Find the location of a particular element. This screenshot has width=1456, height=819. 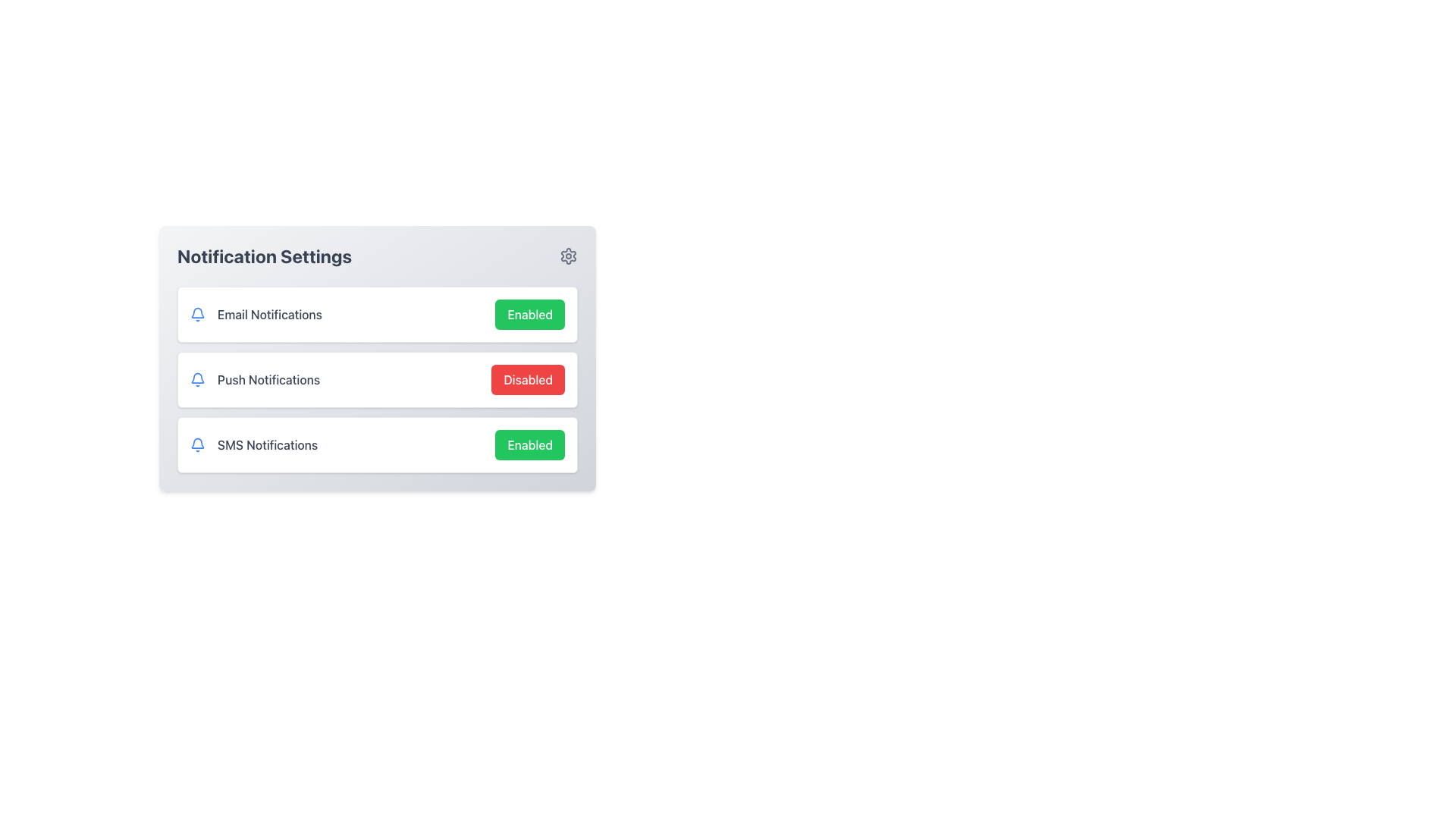

the disabled push notifications button located to the far right within the 'Push Notifications' row, which is the second button in the list after 'Email Notifications.' is located at coordinates (528, 379).